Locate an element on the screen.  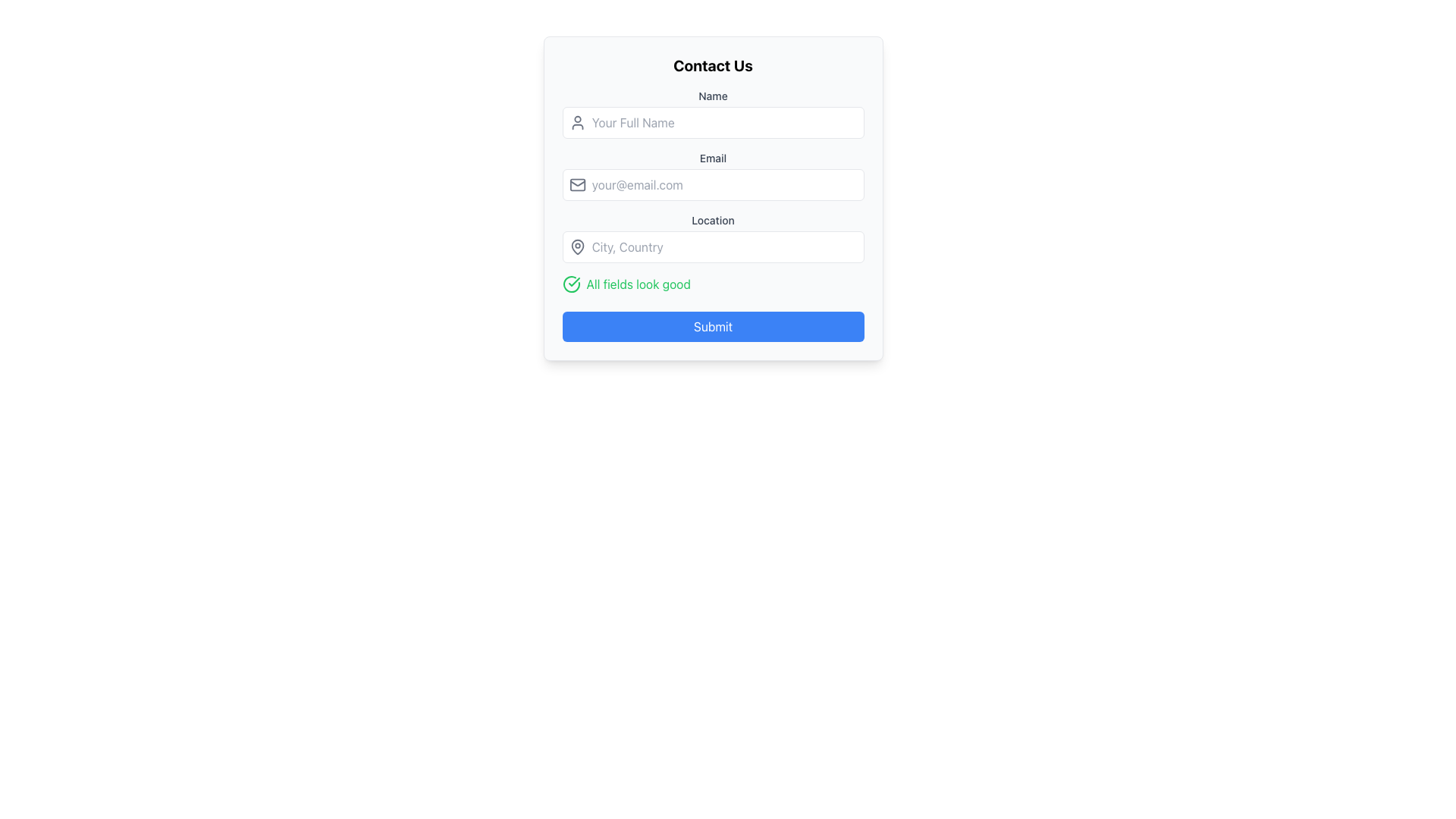
the user icon that is characterized by an outline of a person within a circular shape, styled in grey, located next to the 'Your Full Name' input field is located at coordinates (576, 122).